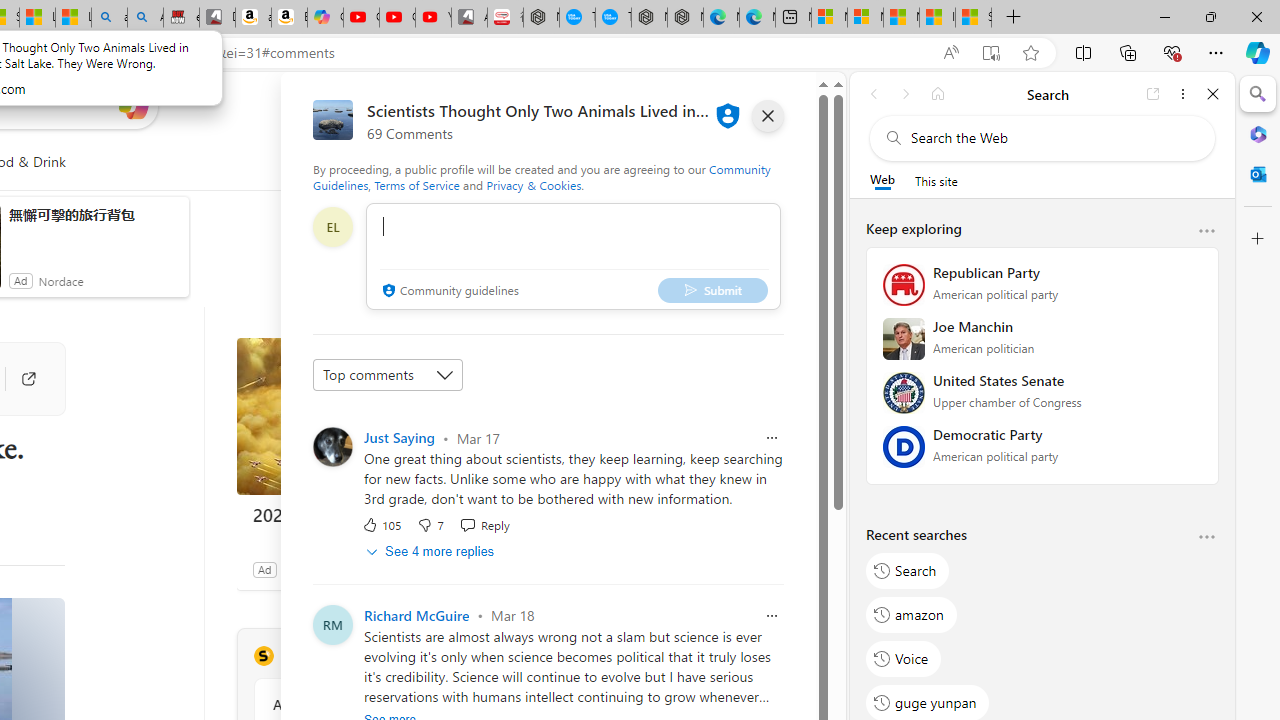 The width and height of the screenshot is (1280, 720). What do you see at coordinates (399, 436) in the screenshot?
I see `'Just Saying'` at bounding box center [399, 436].